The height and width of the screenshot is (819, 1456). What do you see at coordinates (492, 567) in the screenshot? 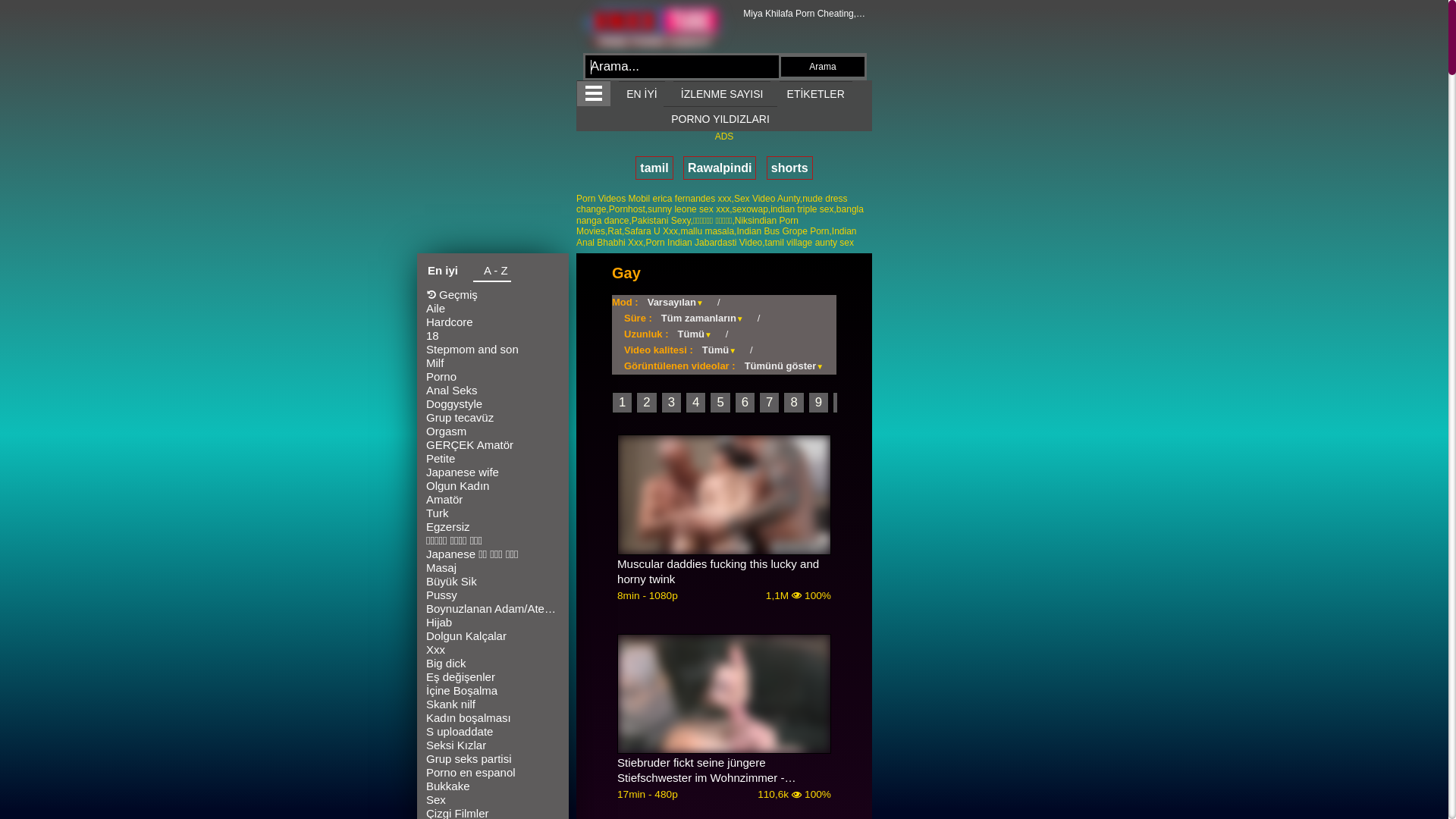
I see `'Masaj'` at bounding box center [492, 567].